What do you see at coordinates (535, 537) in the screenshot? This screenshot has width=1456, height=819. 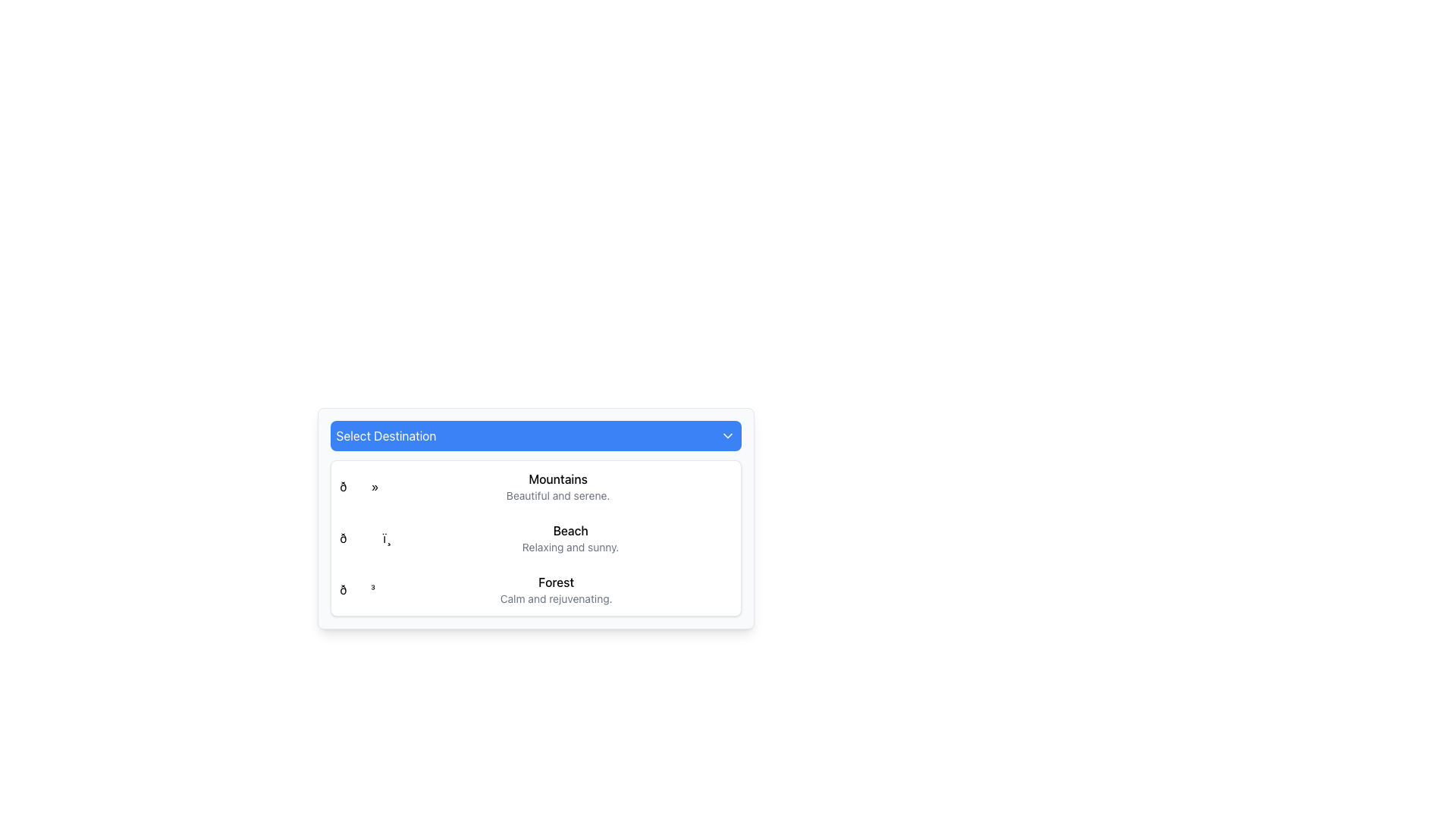 I see `the second list item for the beach destination, which is displayed below the 'Select Destination' header and follows the 'Mountains' option` at bounding box center [535, 537].